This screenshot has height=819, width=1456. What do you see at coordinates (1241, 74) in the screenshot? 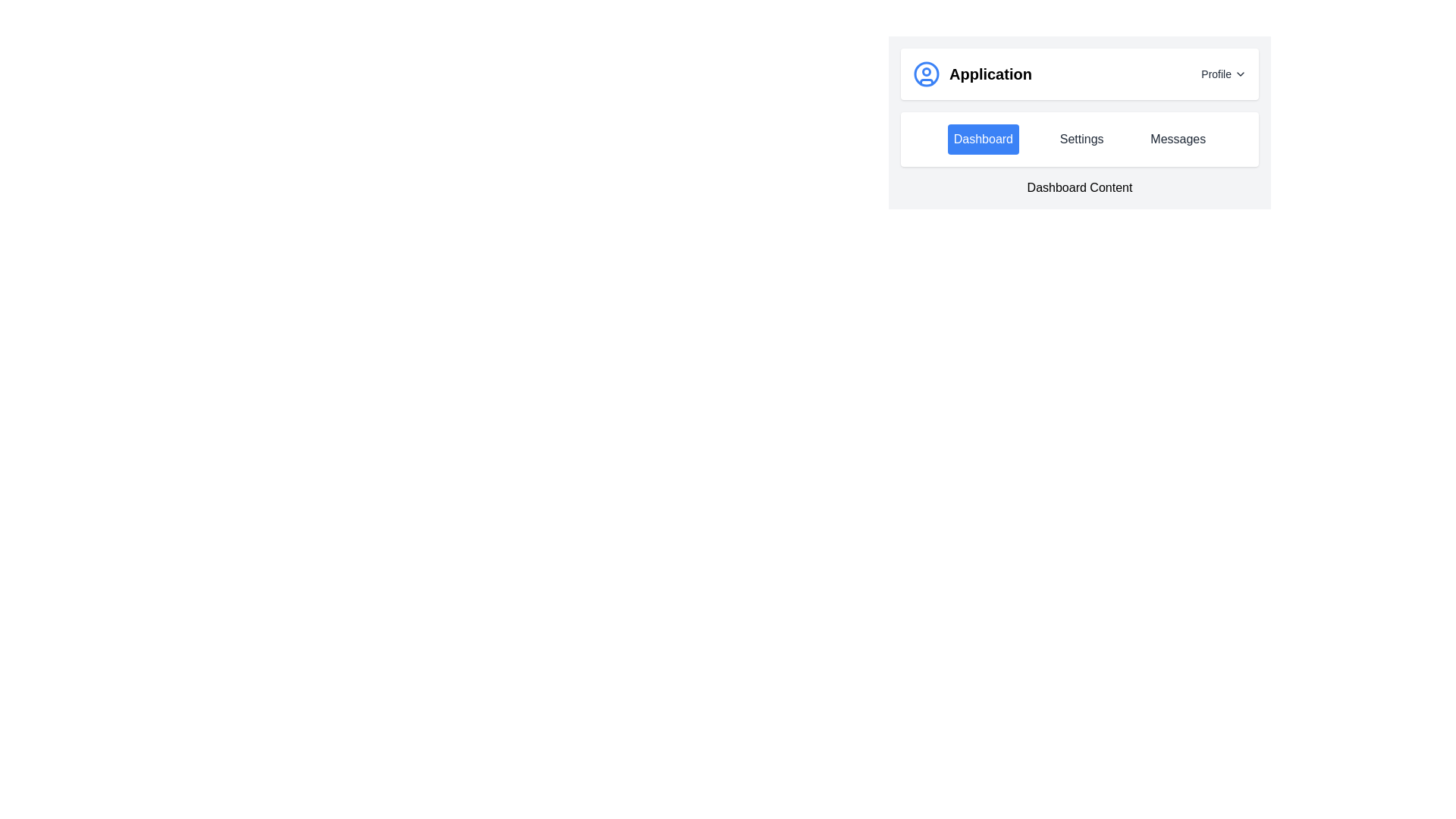
I see `the Dropdown Indicator (SVG Icon) located to the right of the 'Profile' text in the header section` at bounding box center [1241, 74].